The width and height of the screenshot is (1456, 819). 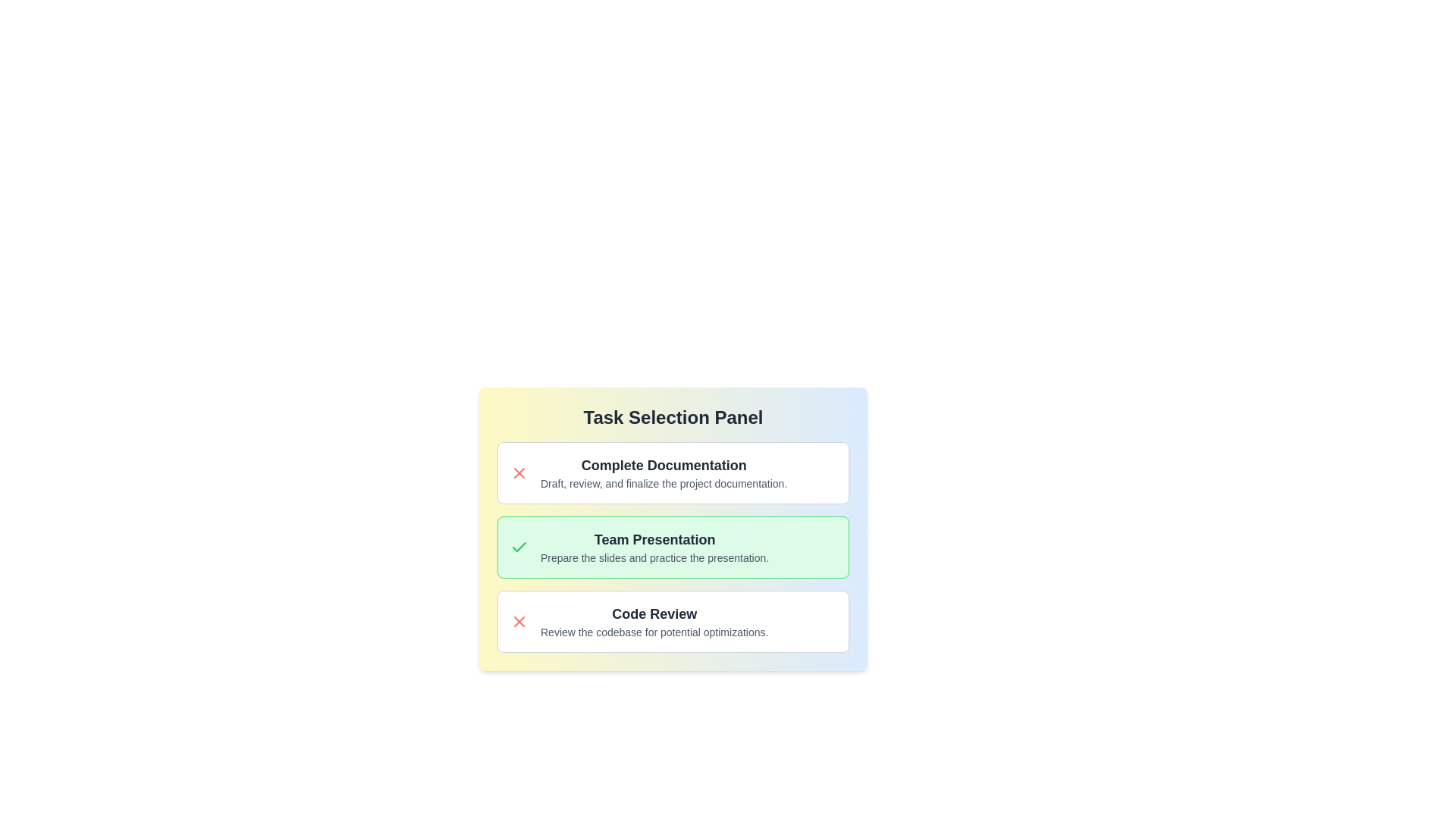 What do you see at coordinates (654, 622) in the screenshot?
I see `the informational text label that displays the task title 'Code Review' and its description 'Review the codebase for potential optimizations.'` at bounding box center [654, 622].